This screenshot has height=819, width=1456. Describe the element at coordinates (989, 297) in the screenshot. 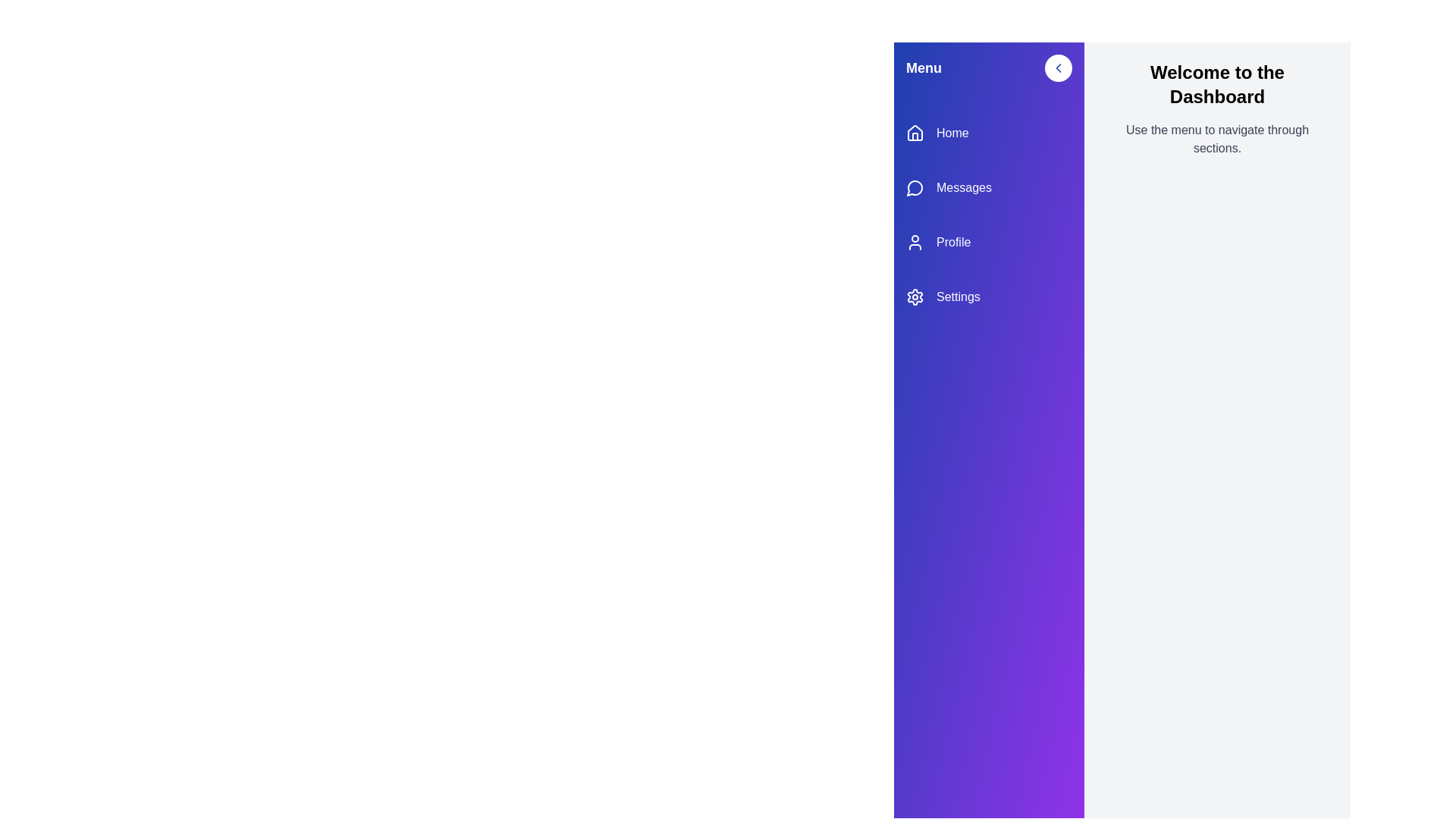

I see `the menu item Settings to navigate` at that location.